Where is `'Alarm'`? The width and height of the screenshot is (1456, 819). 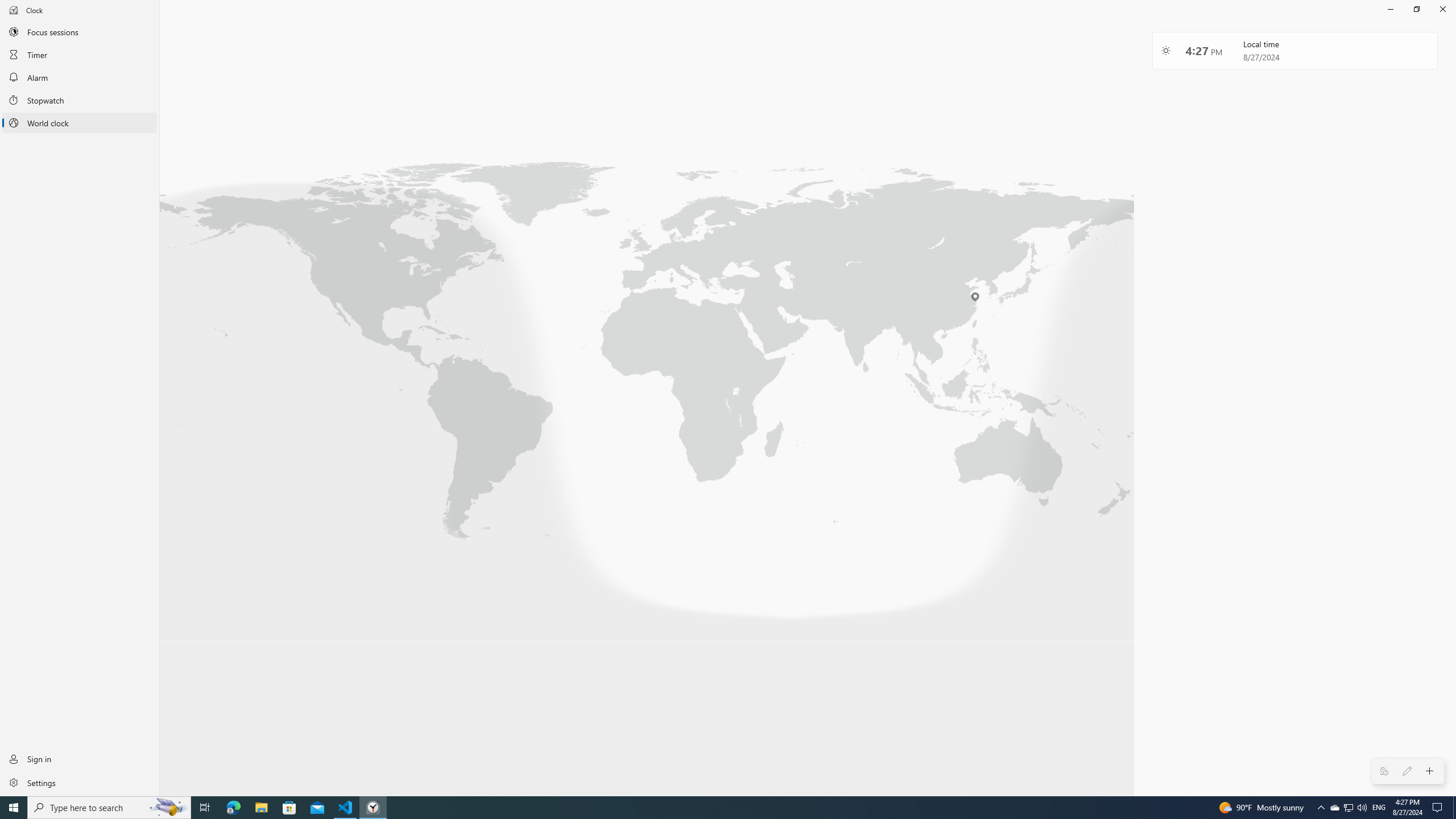
'Alarm' is located at coordinates (79, 77).